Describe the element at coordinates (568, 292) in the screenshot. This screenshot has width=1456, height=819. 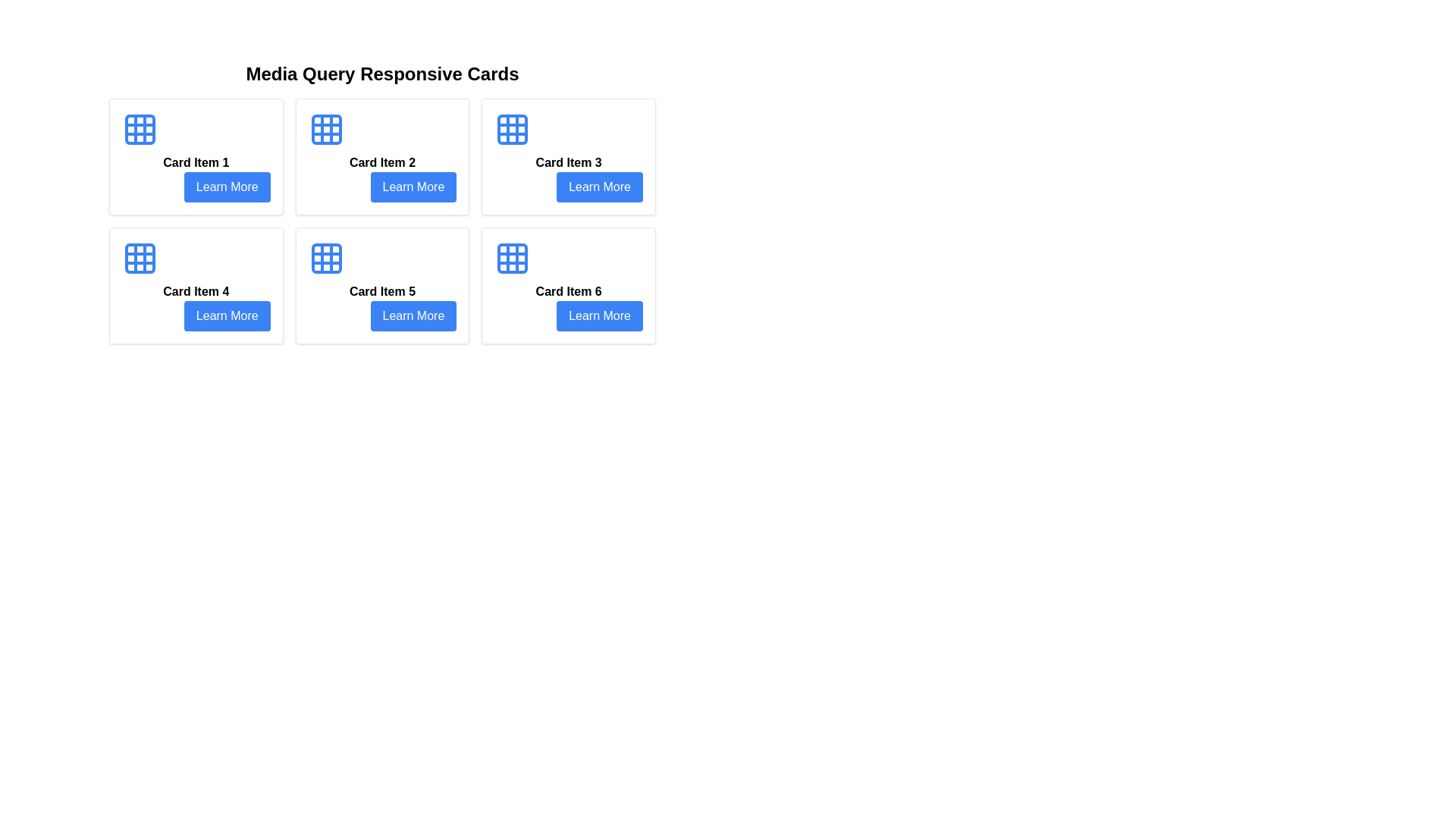
I see `the text label that serves as the title or header of the card, located in the bottom row, last column of a 2x3 grid layout, positioned below the grid icon and above the 'Learn More' button` at that location.